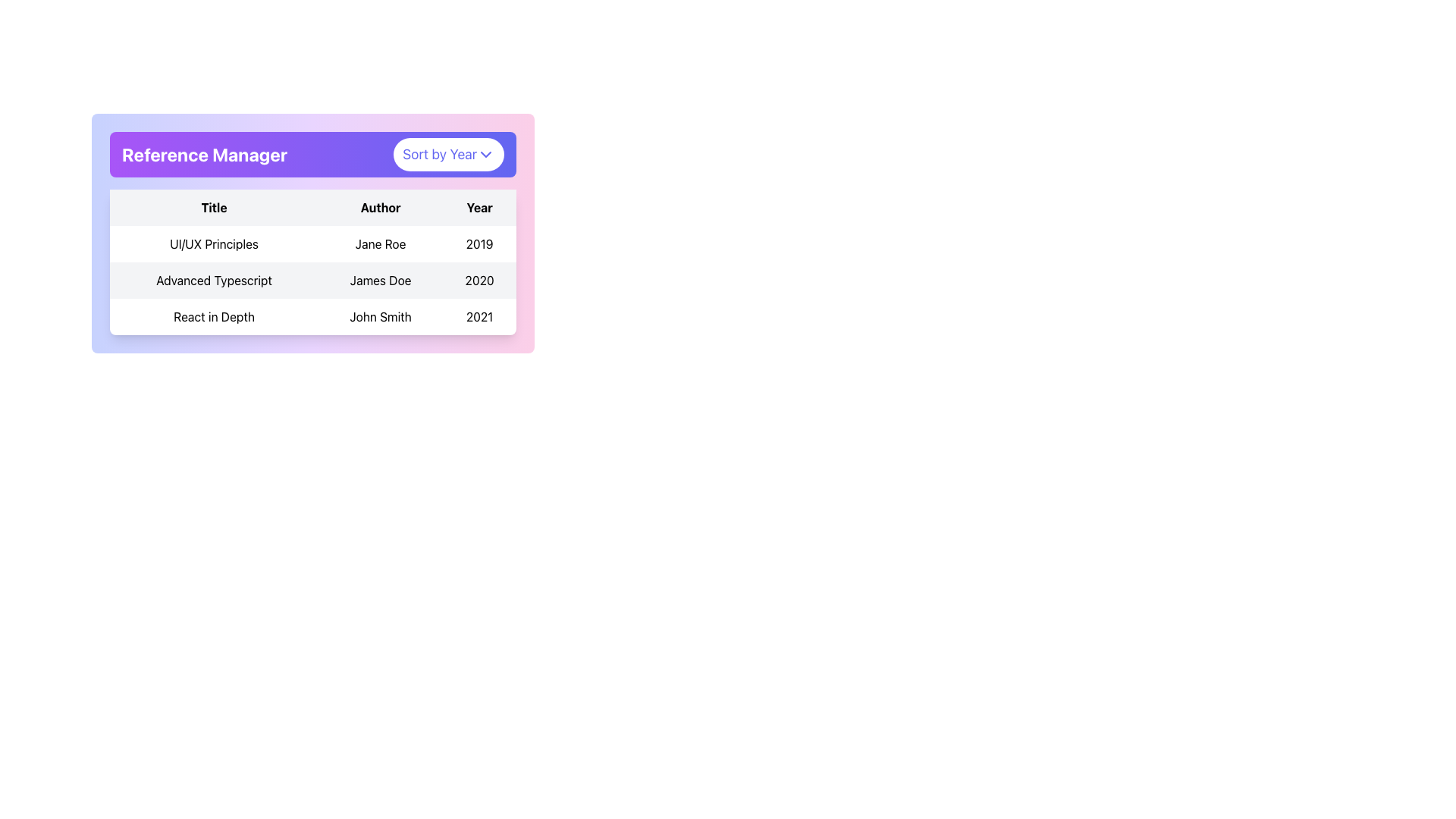 This screenshot has height=819, width=1456. I want to click on the static text label that serves as the header for the year-related data in the tabular layout, which is the third header from the left, so click(479, 207).